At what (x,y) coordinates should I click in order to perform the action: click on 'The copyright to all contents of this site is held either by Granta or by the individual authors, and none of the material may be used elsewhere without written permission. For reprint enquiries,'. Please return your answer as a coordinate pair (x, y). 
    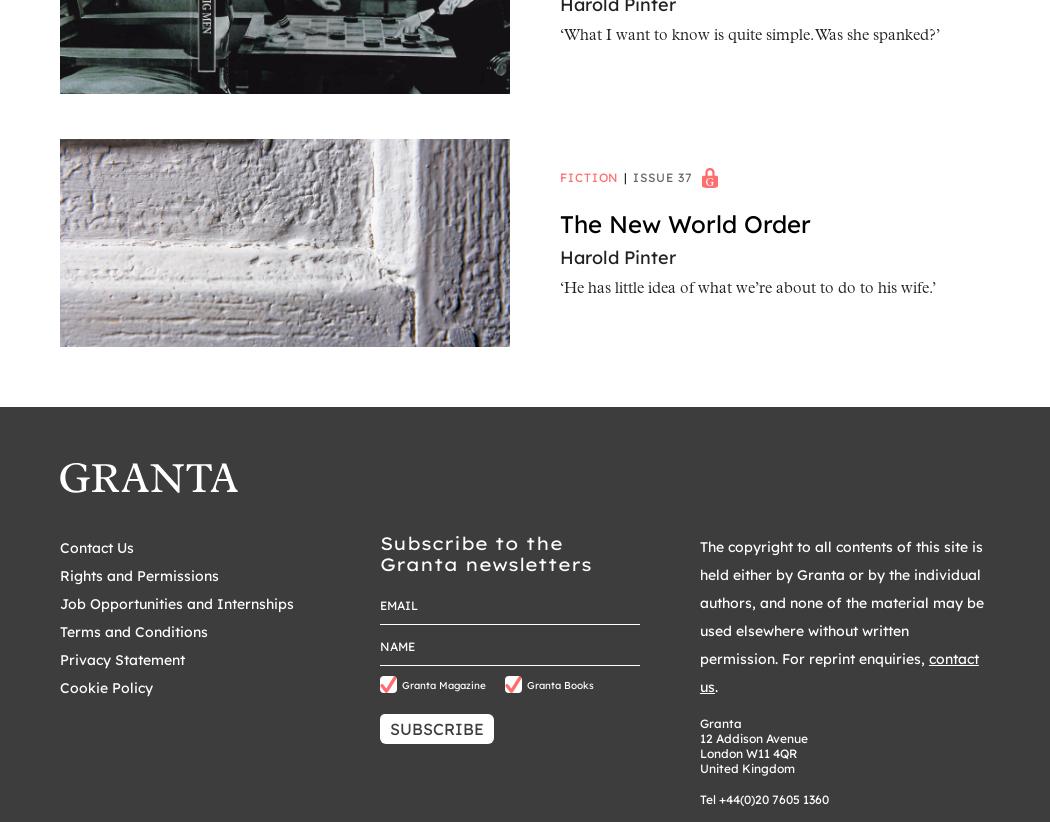
    Looking at the image, I should click on (841, 601).